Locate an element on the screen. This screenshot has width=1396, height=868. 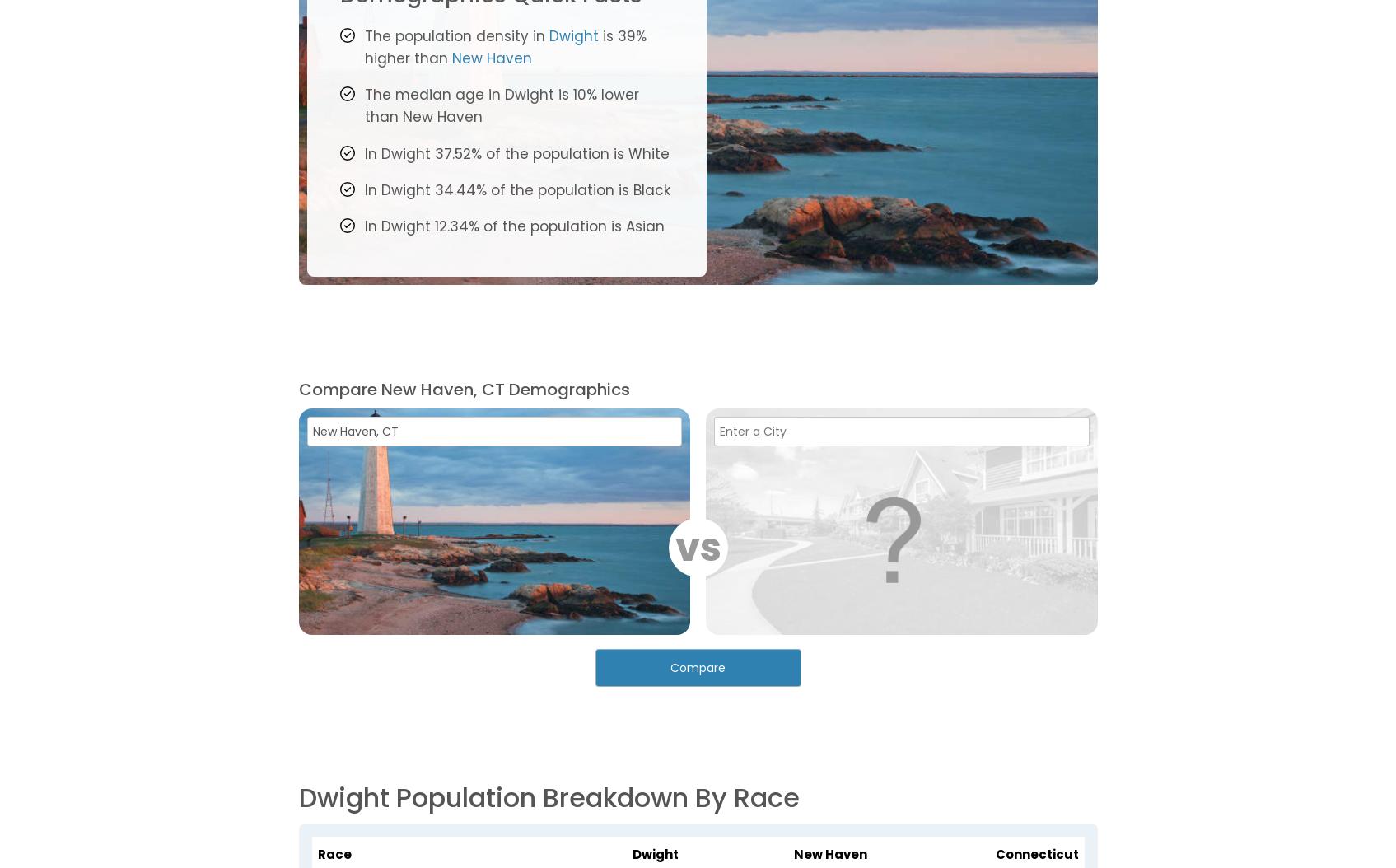
'In Dwight 37.52% of the population is White' is located at coordinates (364, 152).